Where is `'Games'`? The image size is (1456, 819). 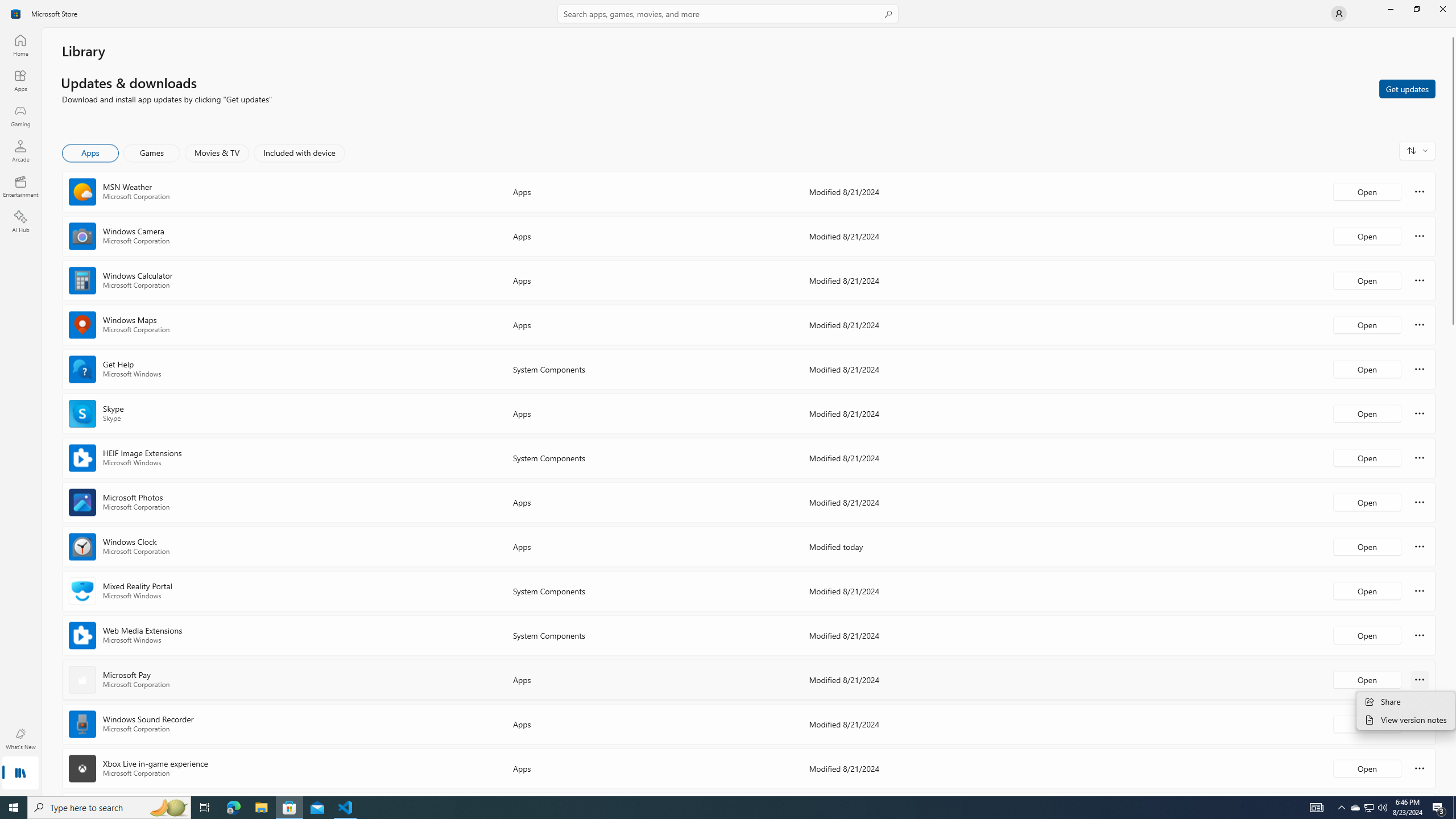 'Games' is located at coordinates (151, 152).